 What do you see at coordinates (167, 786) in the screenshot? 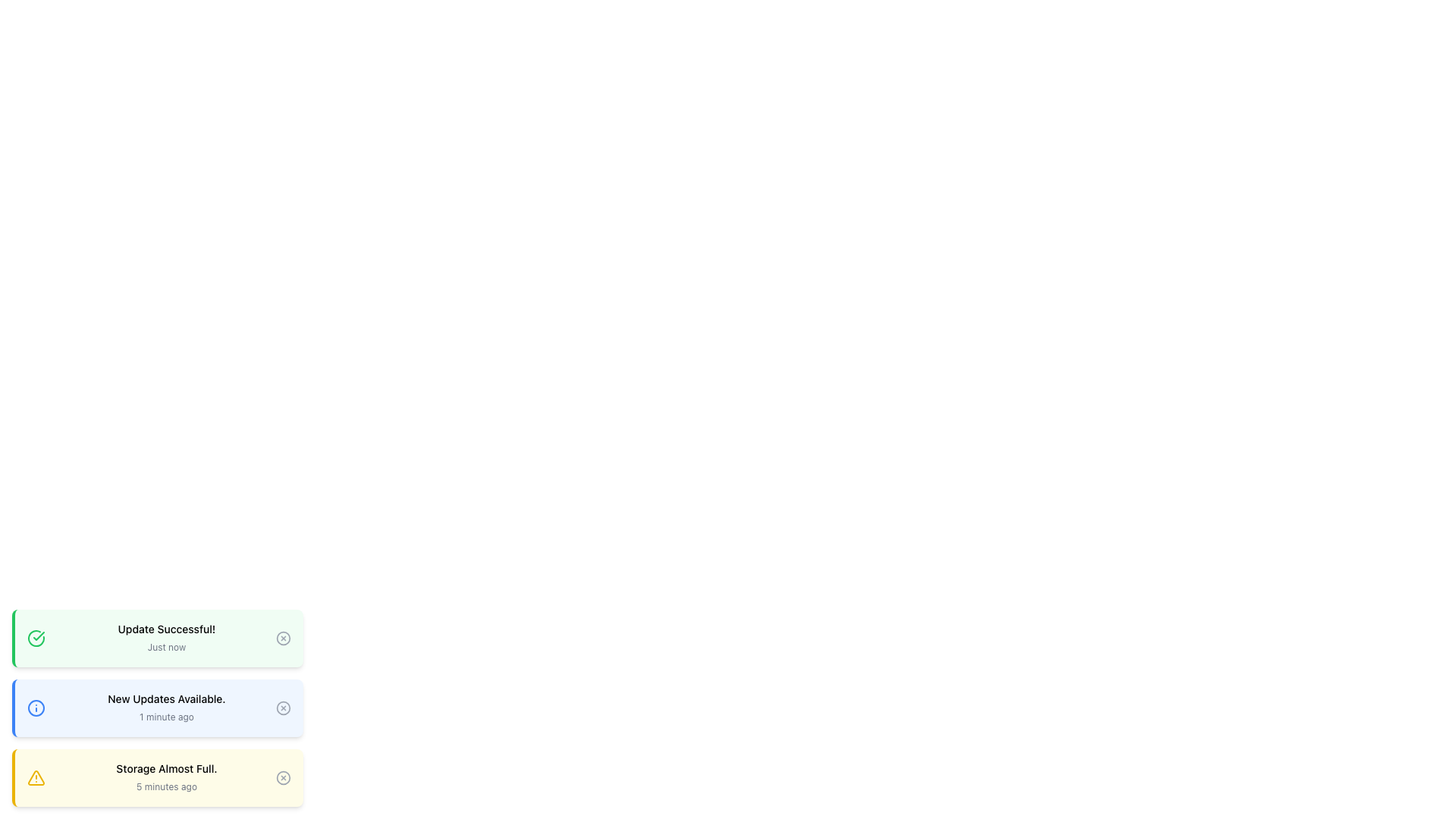
I see `text from the text label displaying '5 minutes ago.' located below the 'Storage Almost Full' alert` at bounding box center [167, 786].